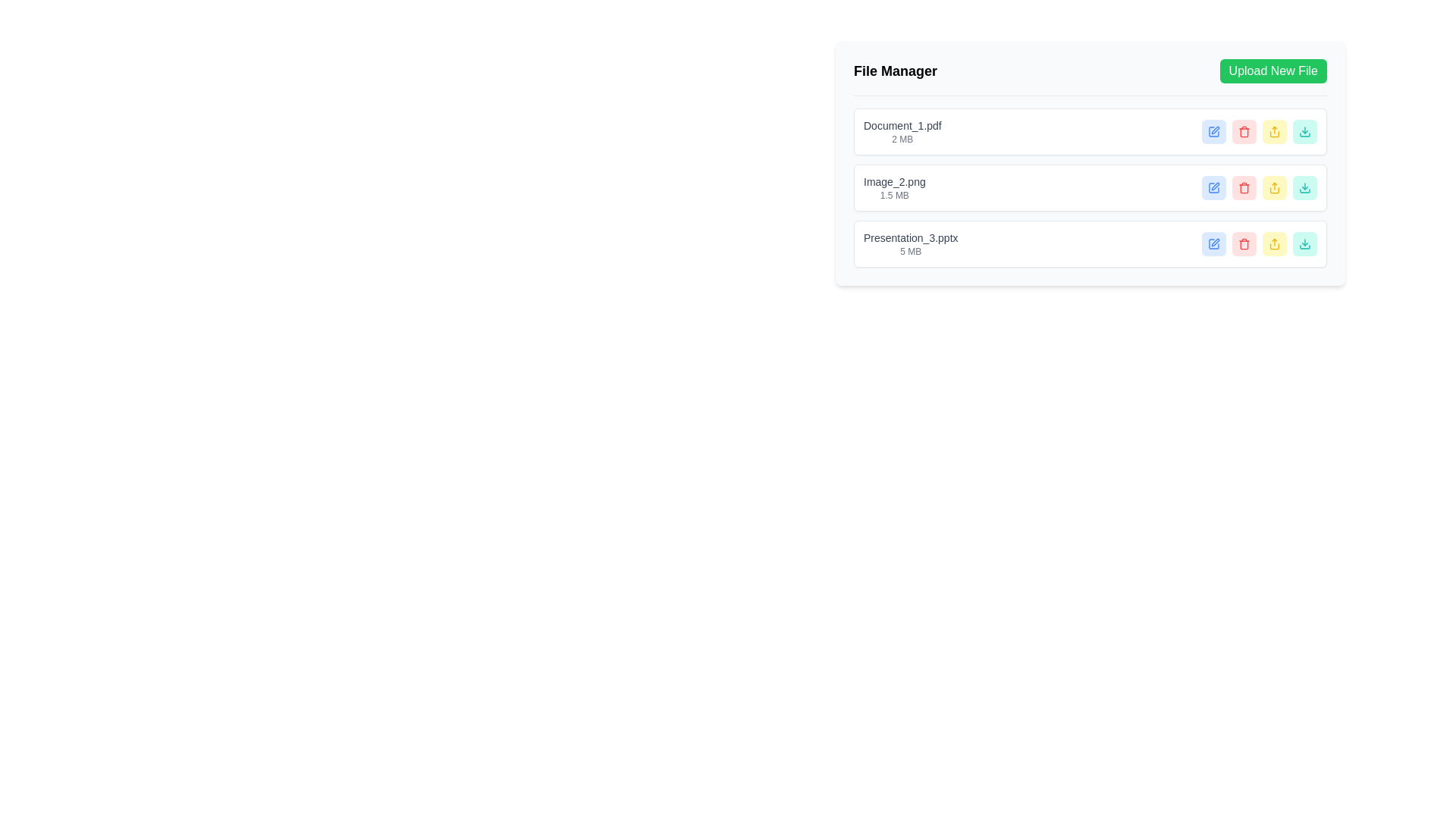 The height and width of the screenshot is (819, 1456). What do you see at coordinates (894, 180) in the screenshot?
I see `the text label displaying 'Image_2.png' in the 'File Manager' table, which is styled with a gray color and positioned in the second row` at bounding box center [894, 180].